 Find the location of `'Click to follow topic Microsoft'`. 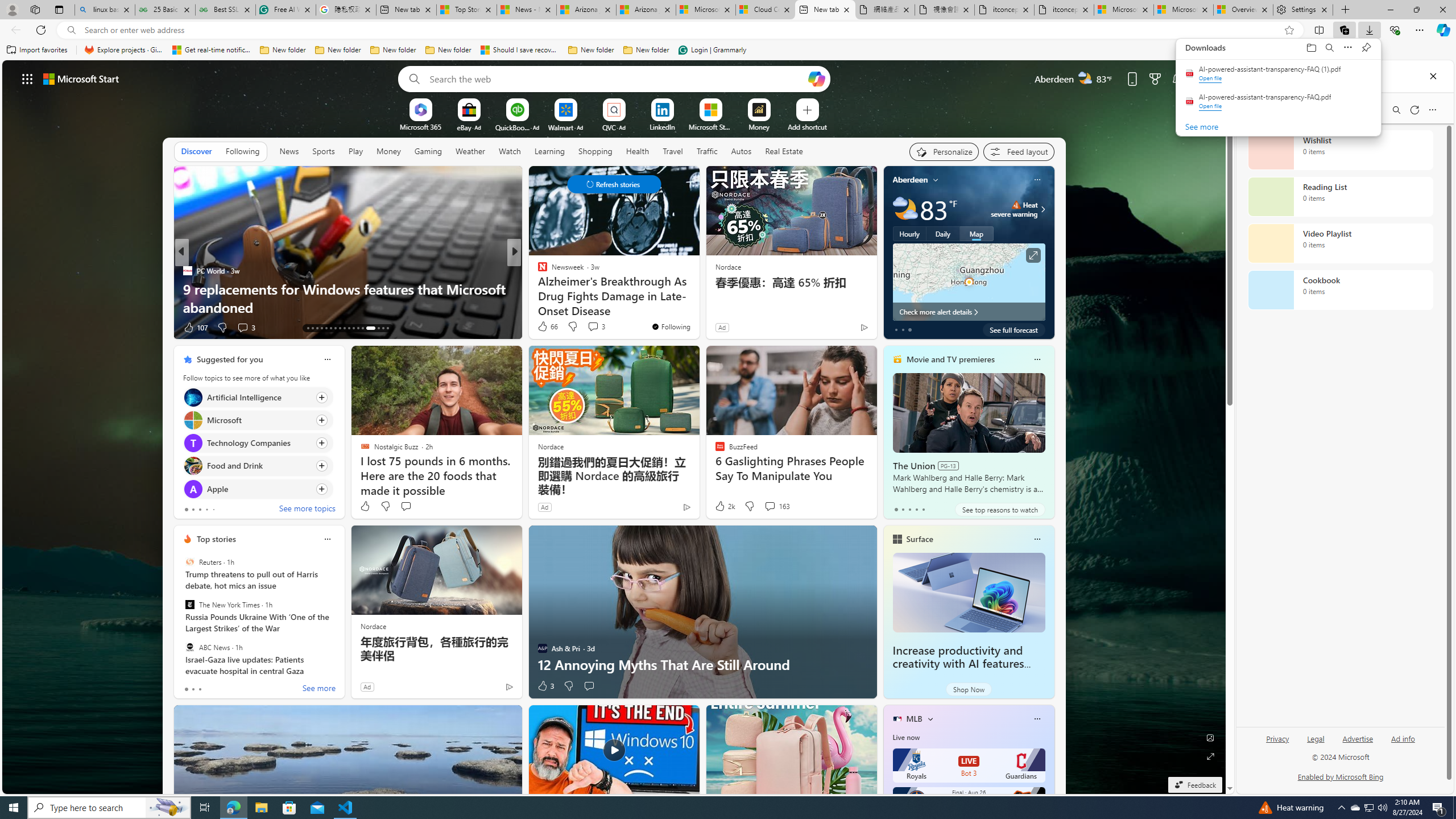

'Click to follow topic Microsoft' is located at coordinates (257, 420).